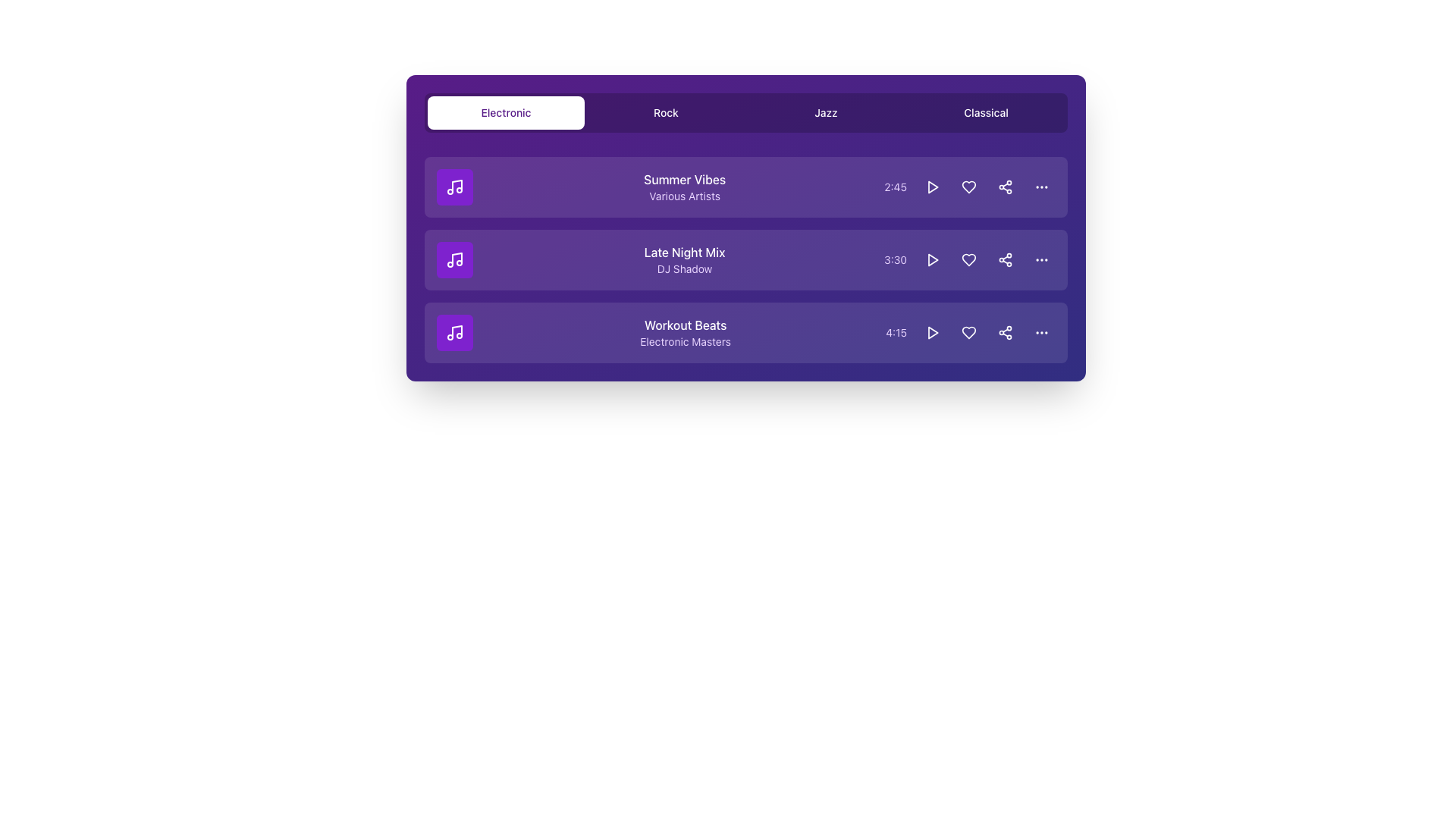 This screenshot has width=1456, height=819. I want to click on the fifth button in the horizontal group of buttons that displays additional options for the song 'Late Night Mix', so click(1040, 259).